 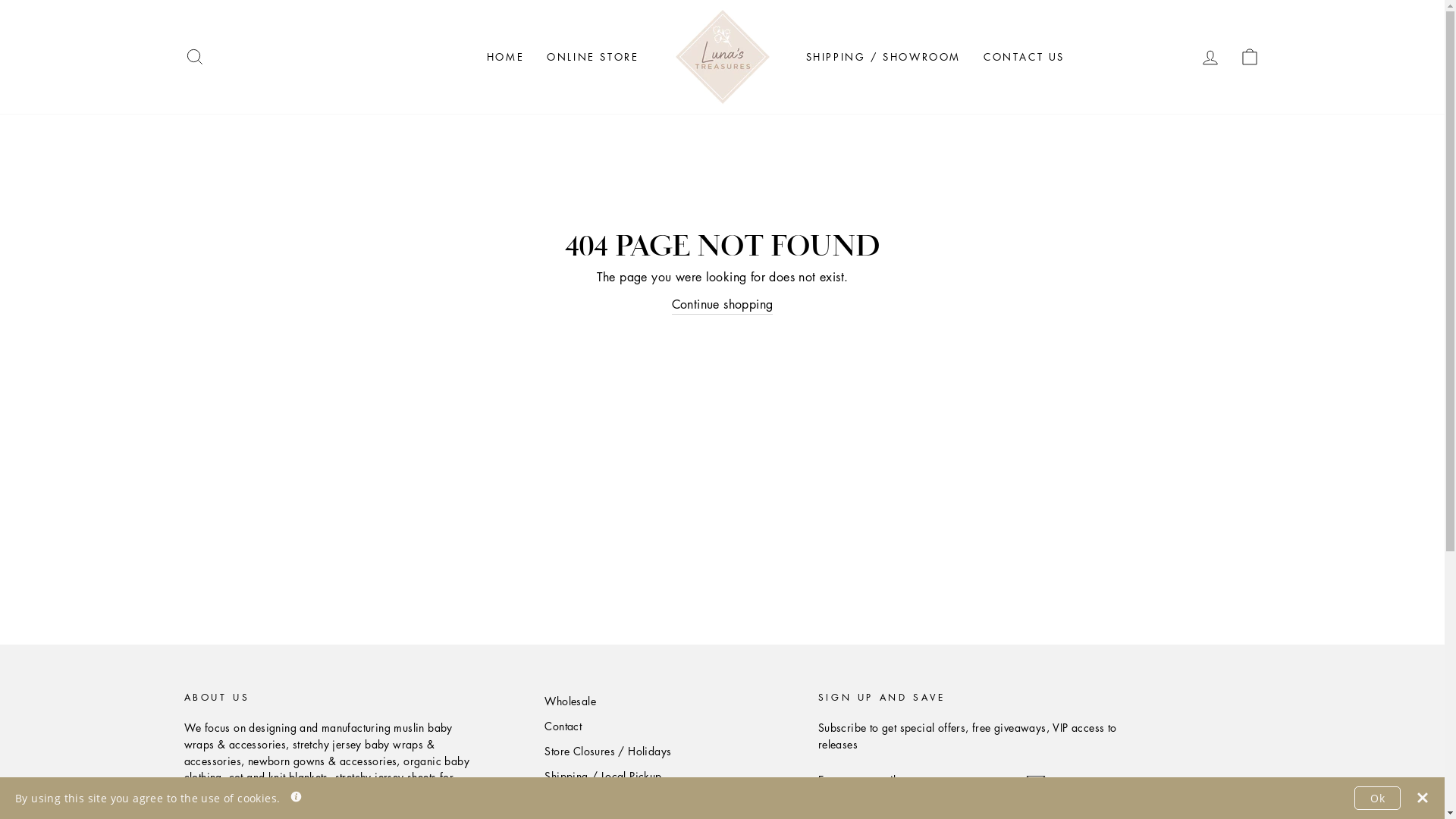 What do you see at coordinates (505, 55) in the screenshot?
I see `'HOME'` at bounding box center [505, 55].